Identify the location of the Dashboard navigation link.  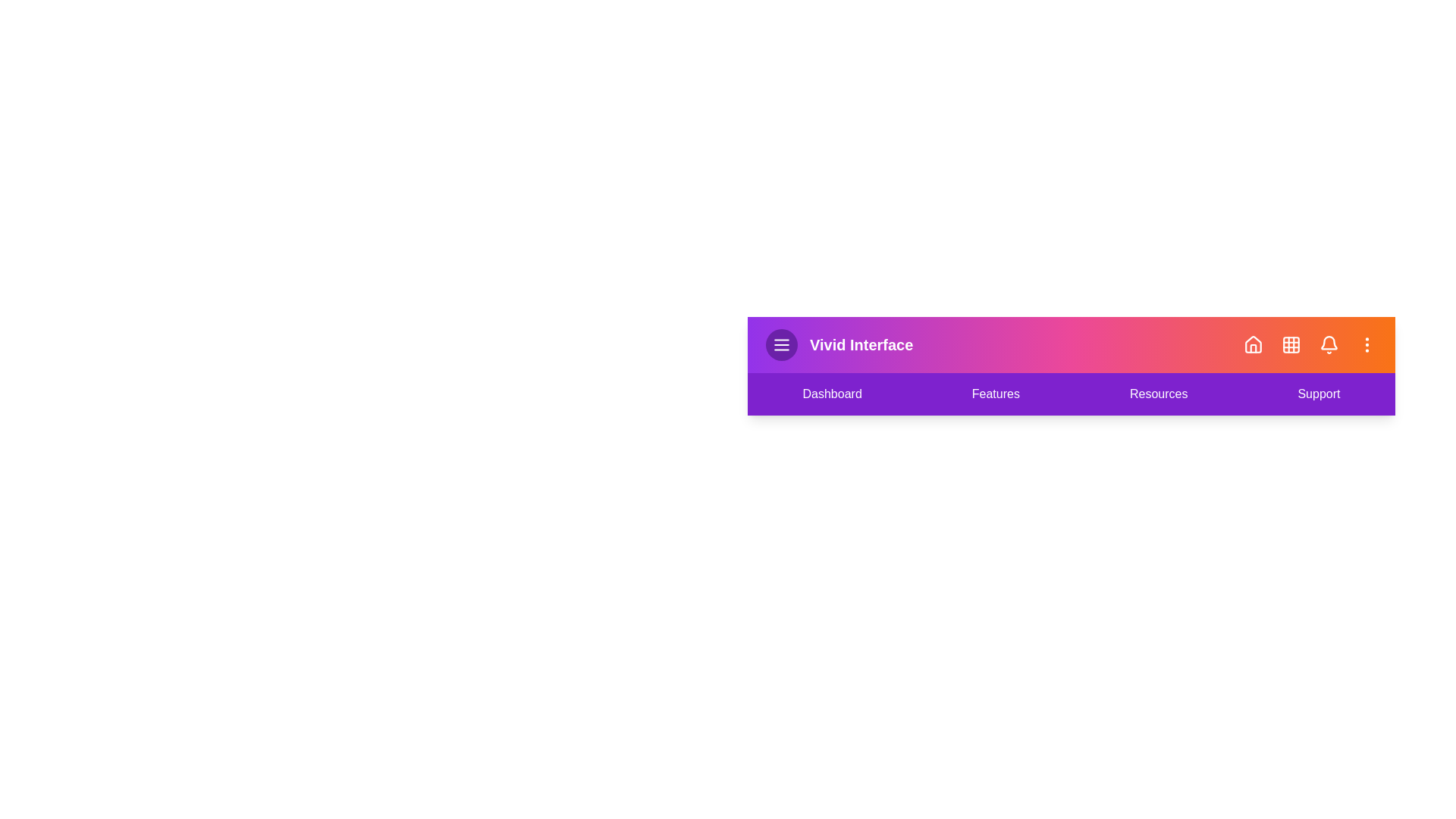
(831, 394).